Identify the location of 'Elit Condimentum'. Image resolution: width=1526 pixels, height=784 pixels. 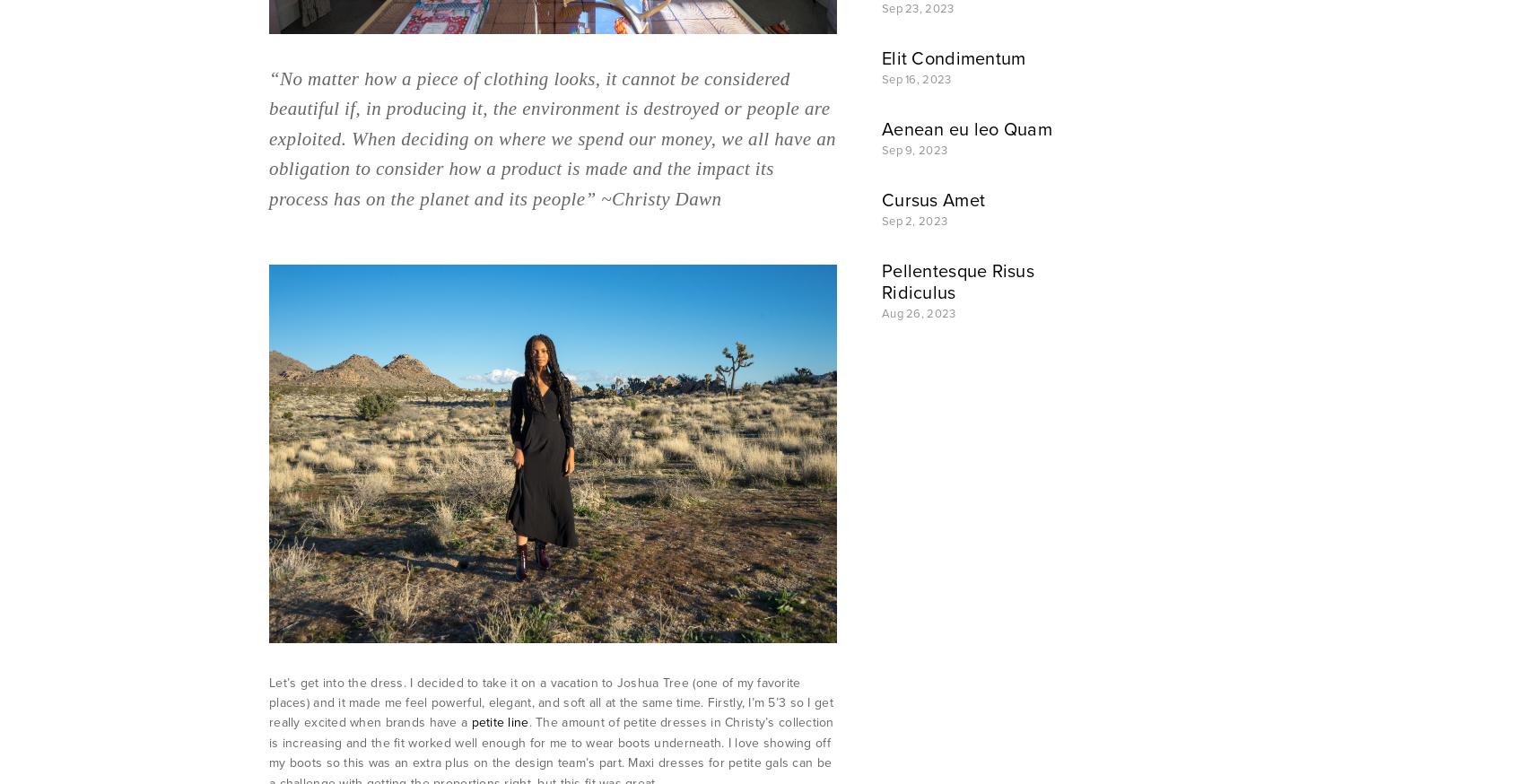
(953, 56).